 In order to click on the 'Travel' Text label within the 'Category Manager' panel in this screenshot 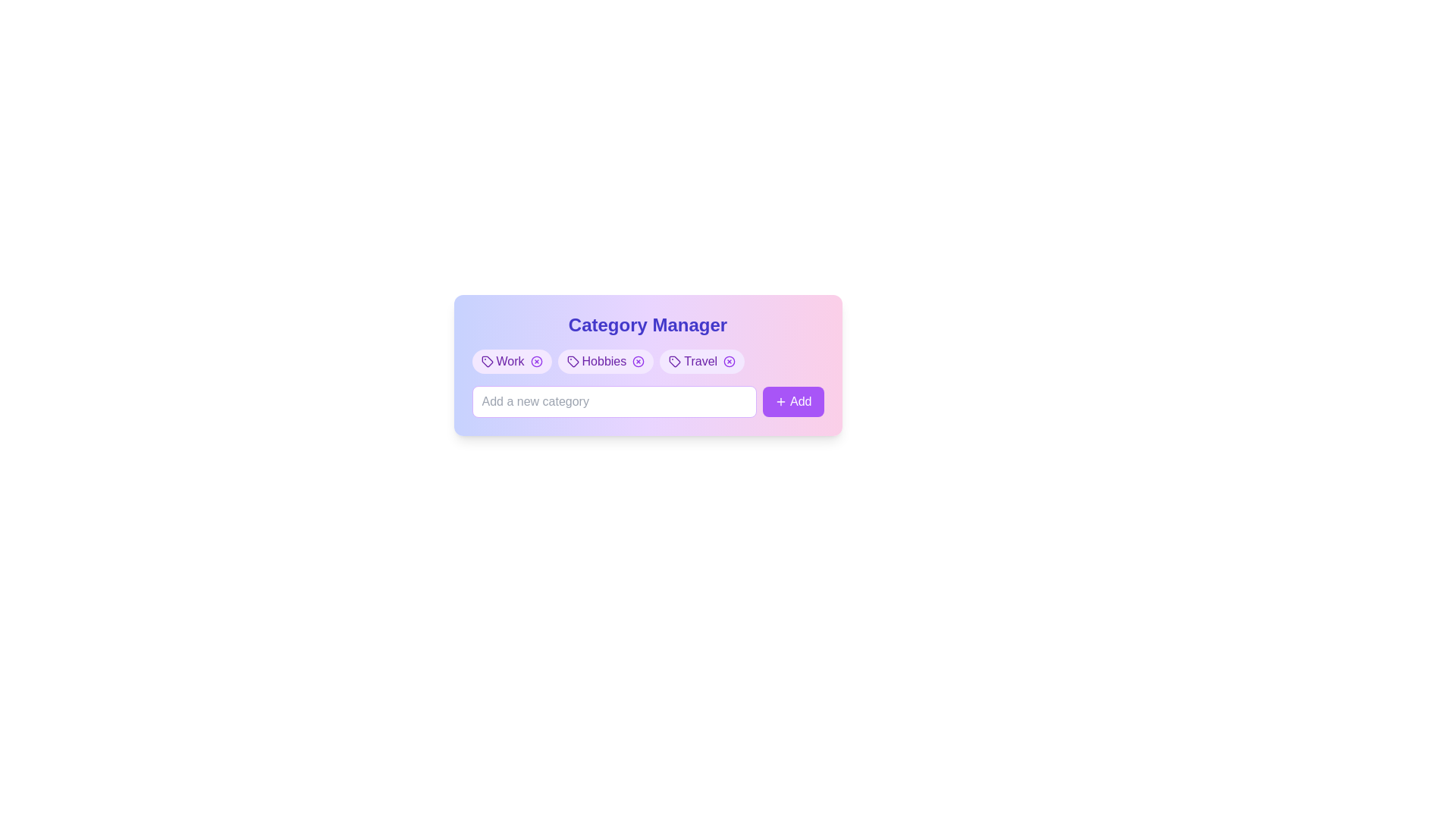, I will do `click(700, 362)`.